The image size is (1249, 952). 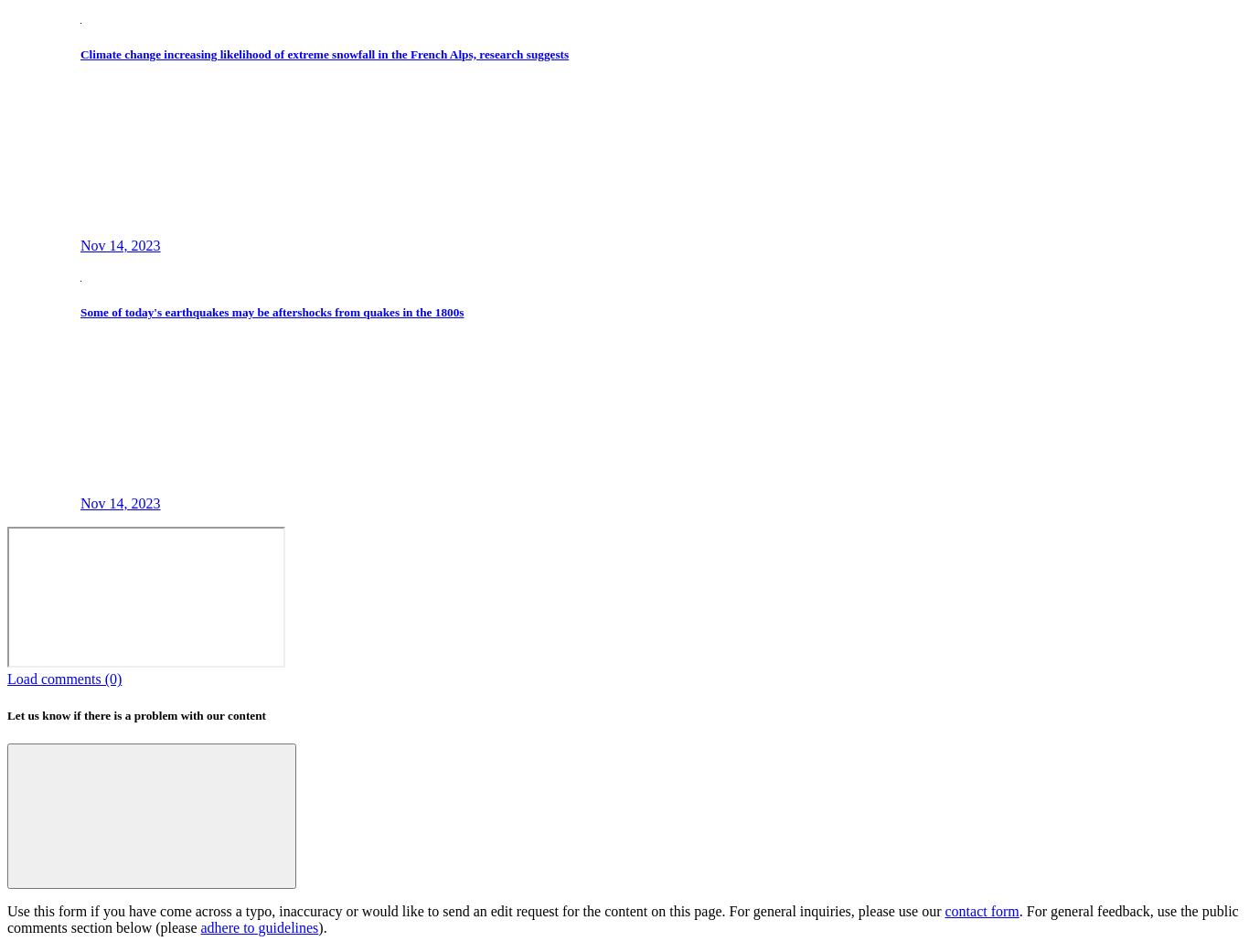 I want to click on 'contact form', so click(x=980, y=910).